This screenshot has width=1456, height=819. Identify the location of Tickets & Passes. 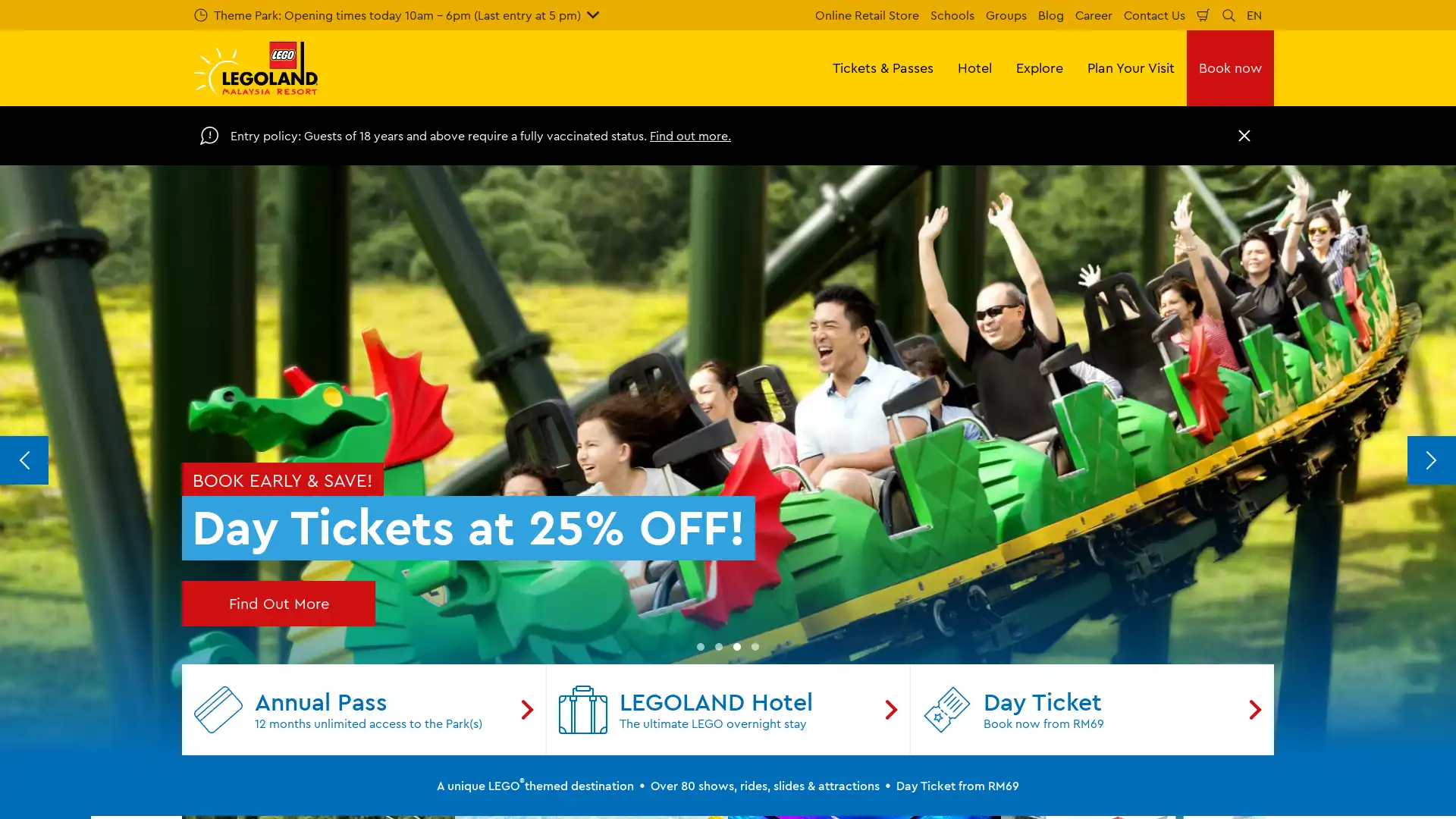
(883, 67).